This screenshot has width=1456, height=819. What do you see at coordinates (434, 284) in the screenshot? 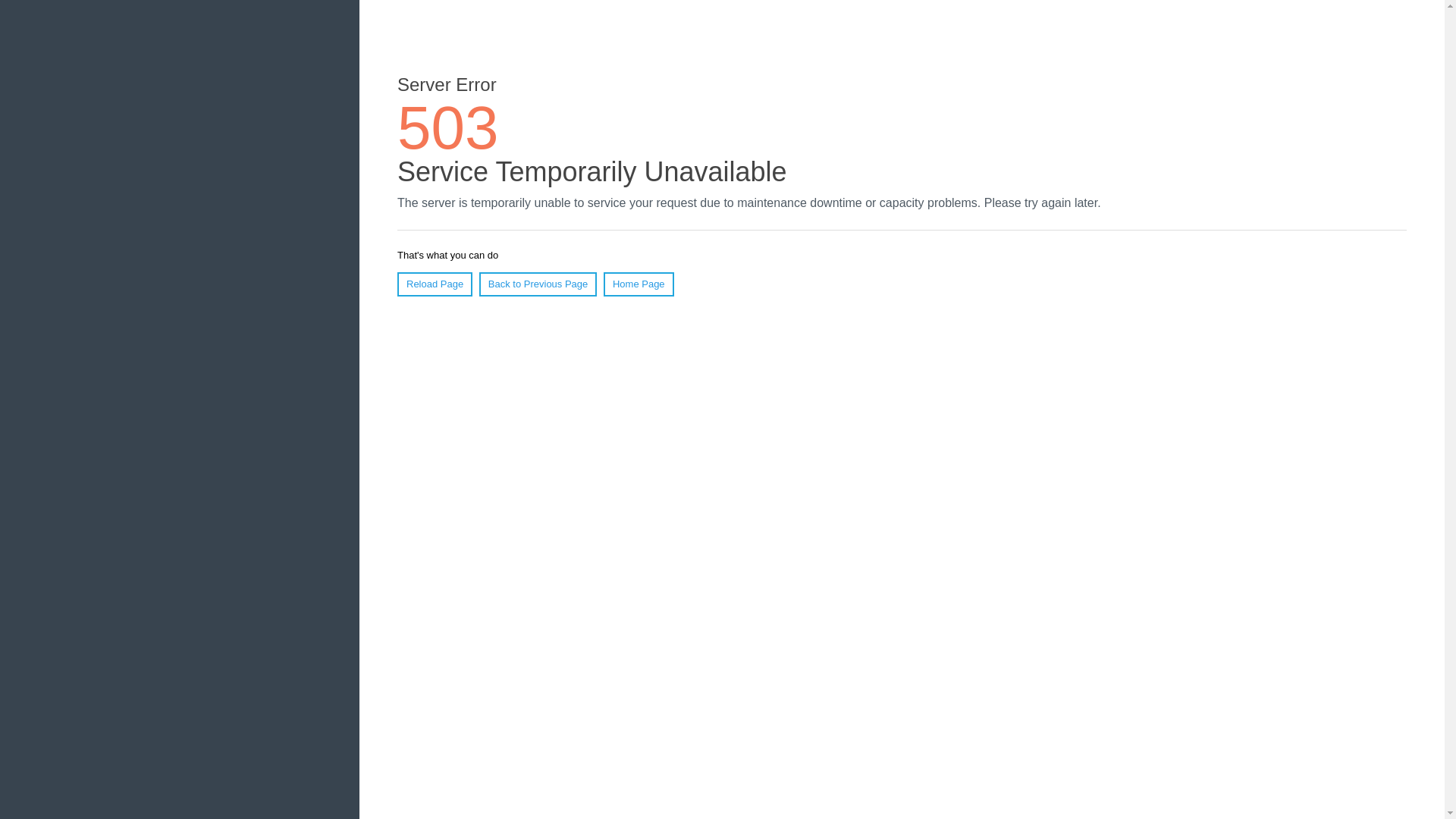
I see `'Reload Page'` at bounding box center [434, 284].